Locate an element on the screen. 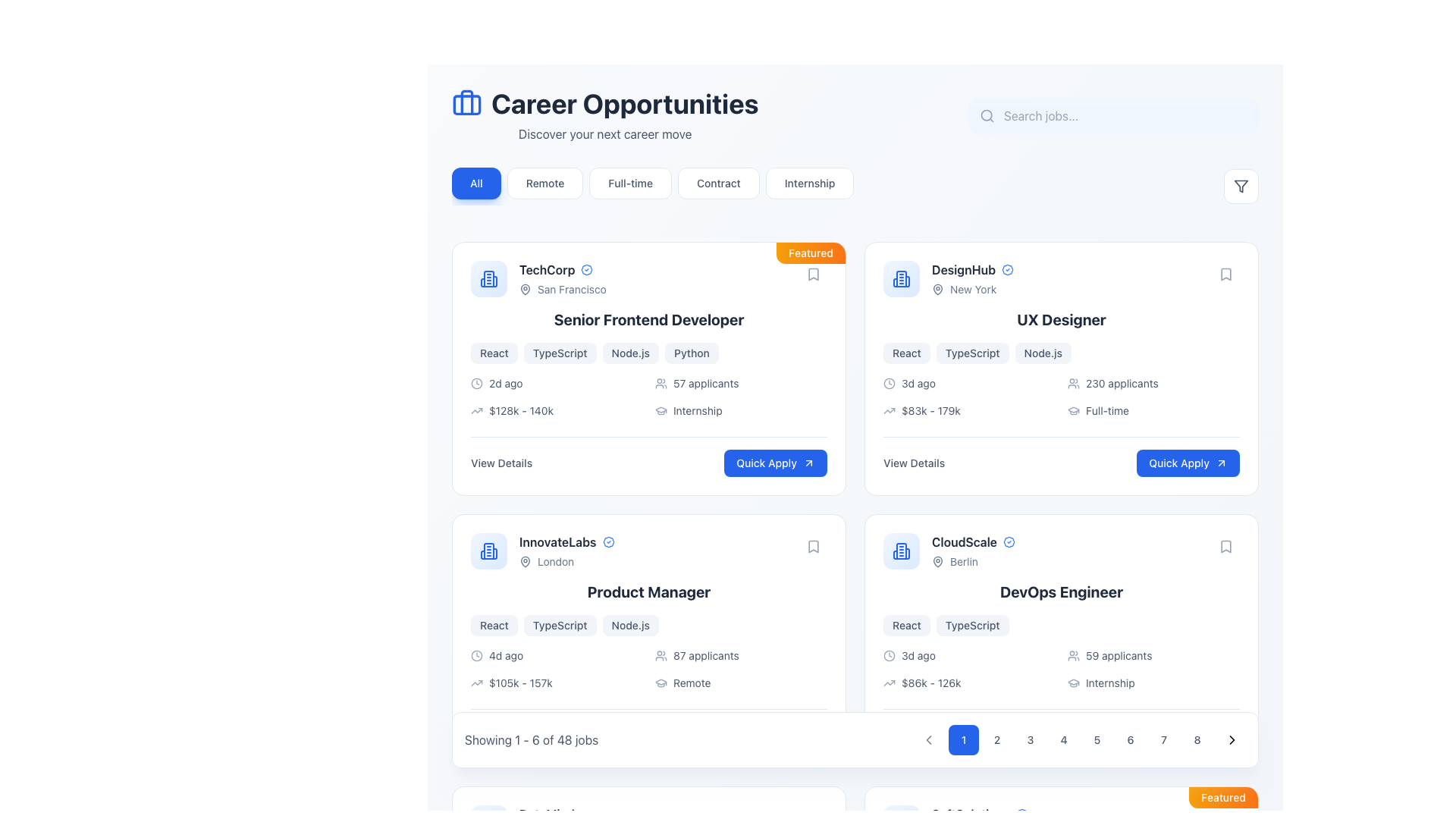  the Bookmark Icon located in the top-right corner of the 'TechCorp' job listing card is located at coordinates (813, 275).